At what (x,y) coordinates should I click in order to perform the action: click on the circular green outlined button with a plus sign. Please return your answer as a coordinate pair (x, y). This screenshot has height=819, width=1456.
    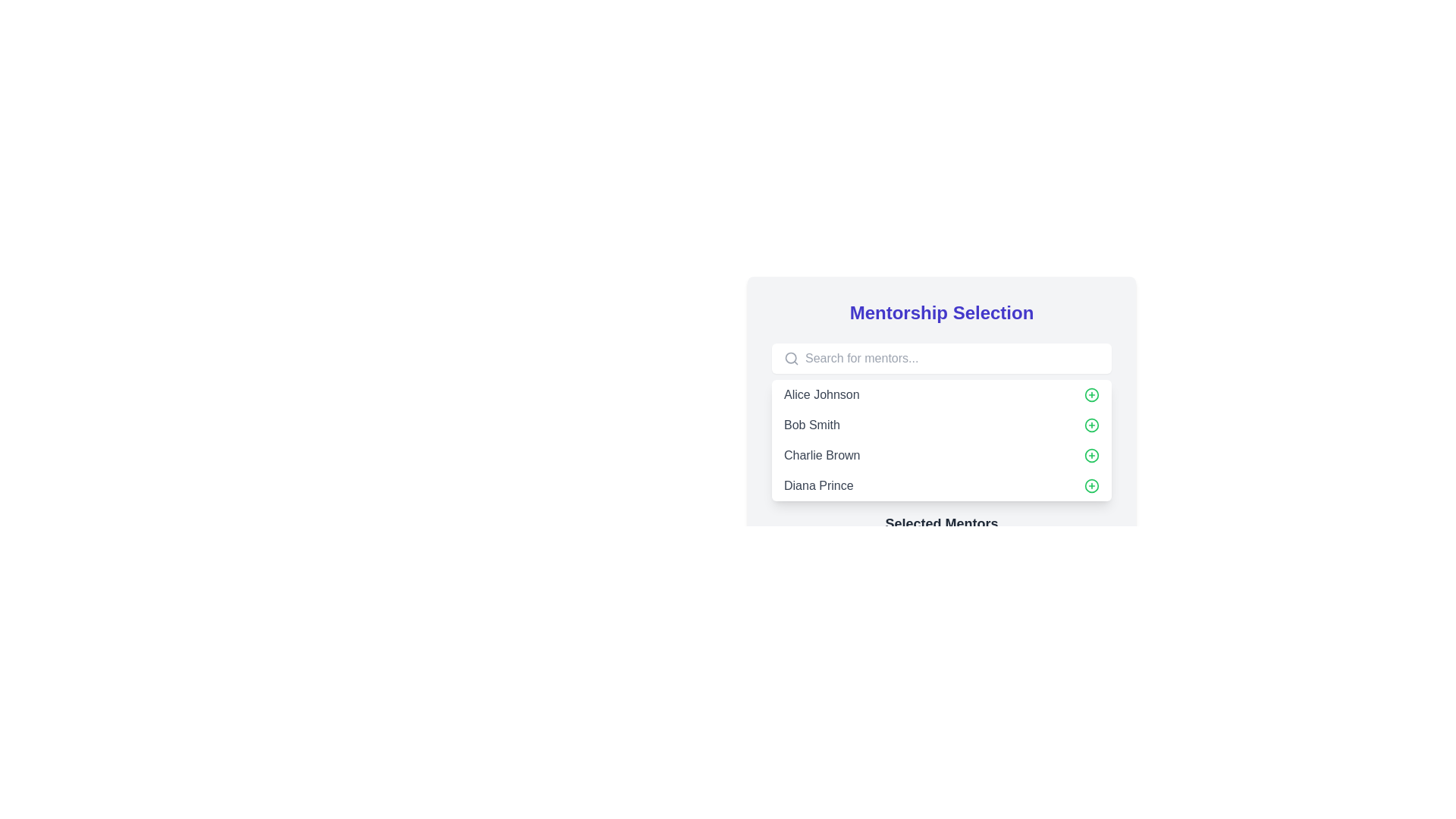
    Looking at the image, I should click on (1092, 485).